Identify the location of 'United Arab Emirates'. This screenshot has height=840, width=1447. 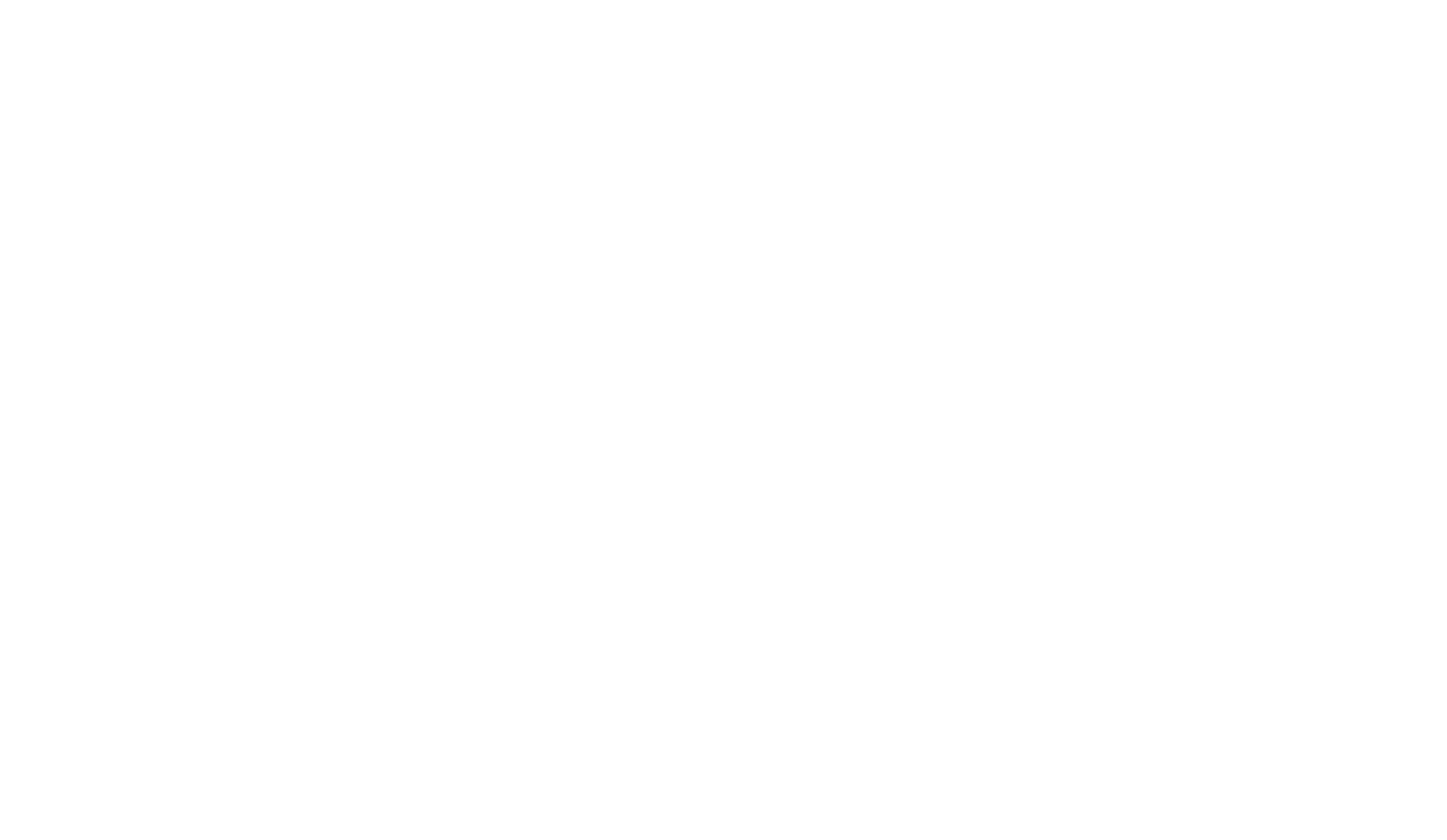
(1027, 40).